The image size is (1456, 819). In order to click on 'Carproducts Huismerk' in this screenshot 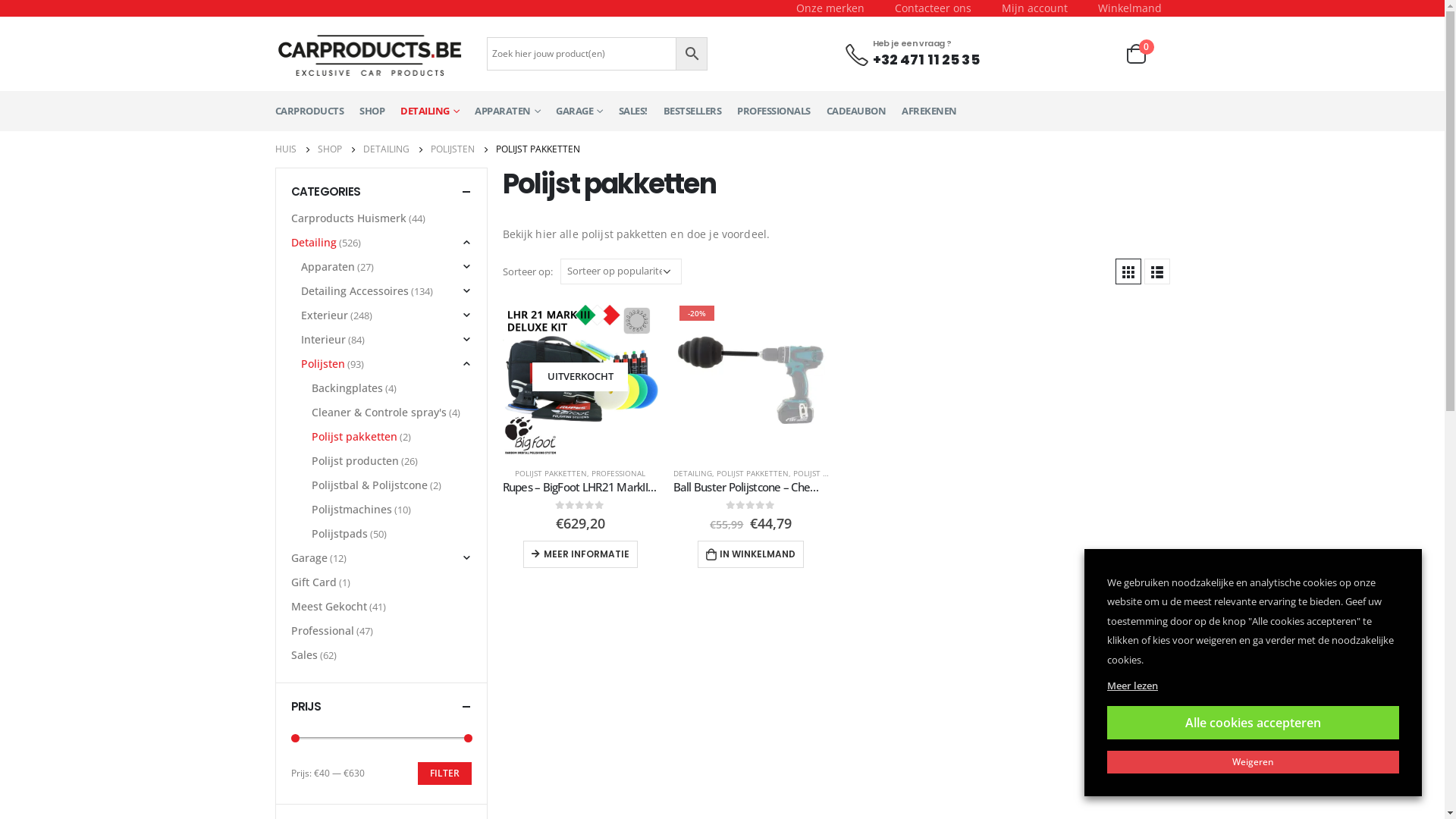, I will do `click(348, 218)`.